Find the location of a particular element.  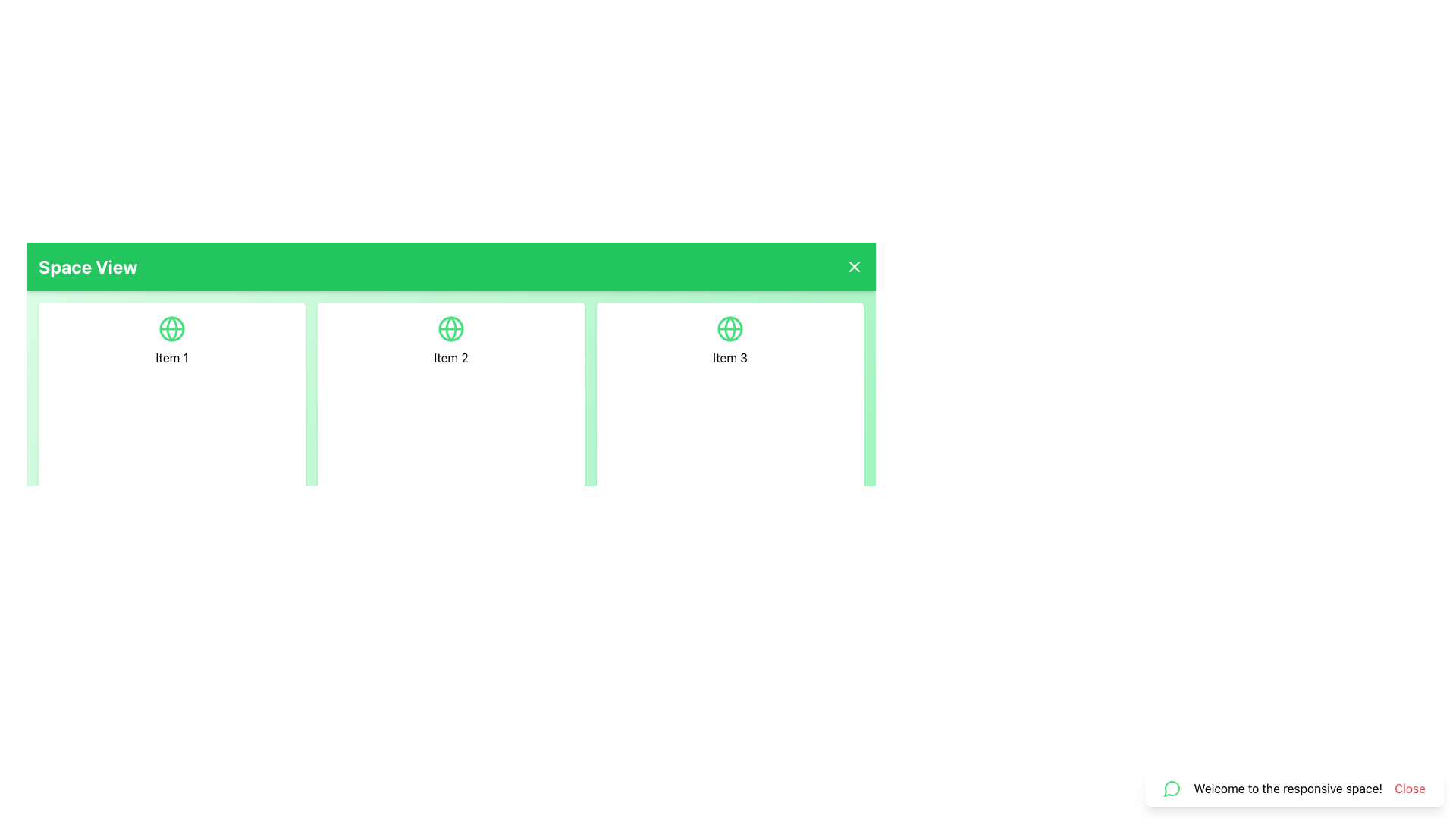

the inner circle of the globe icon located between the icons labeled 'Item 1' and 'Item 3' is located at coordinates (450, 328).